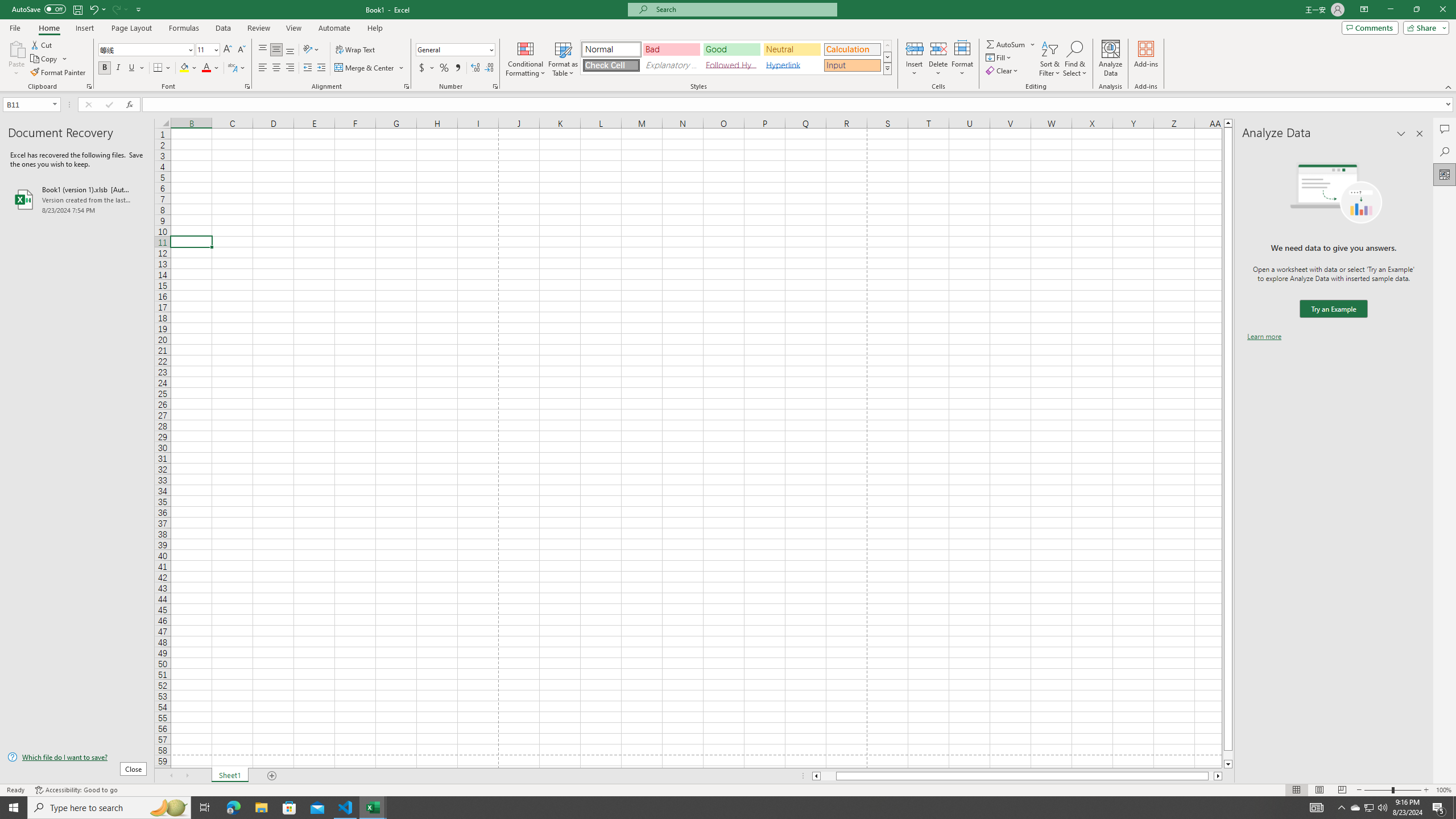 This screenshot has height=819, width=1456. Describe the element at coordinates (227, 49) in the screenshot. I see `'Increase Font Size'` at that location.